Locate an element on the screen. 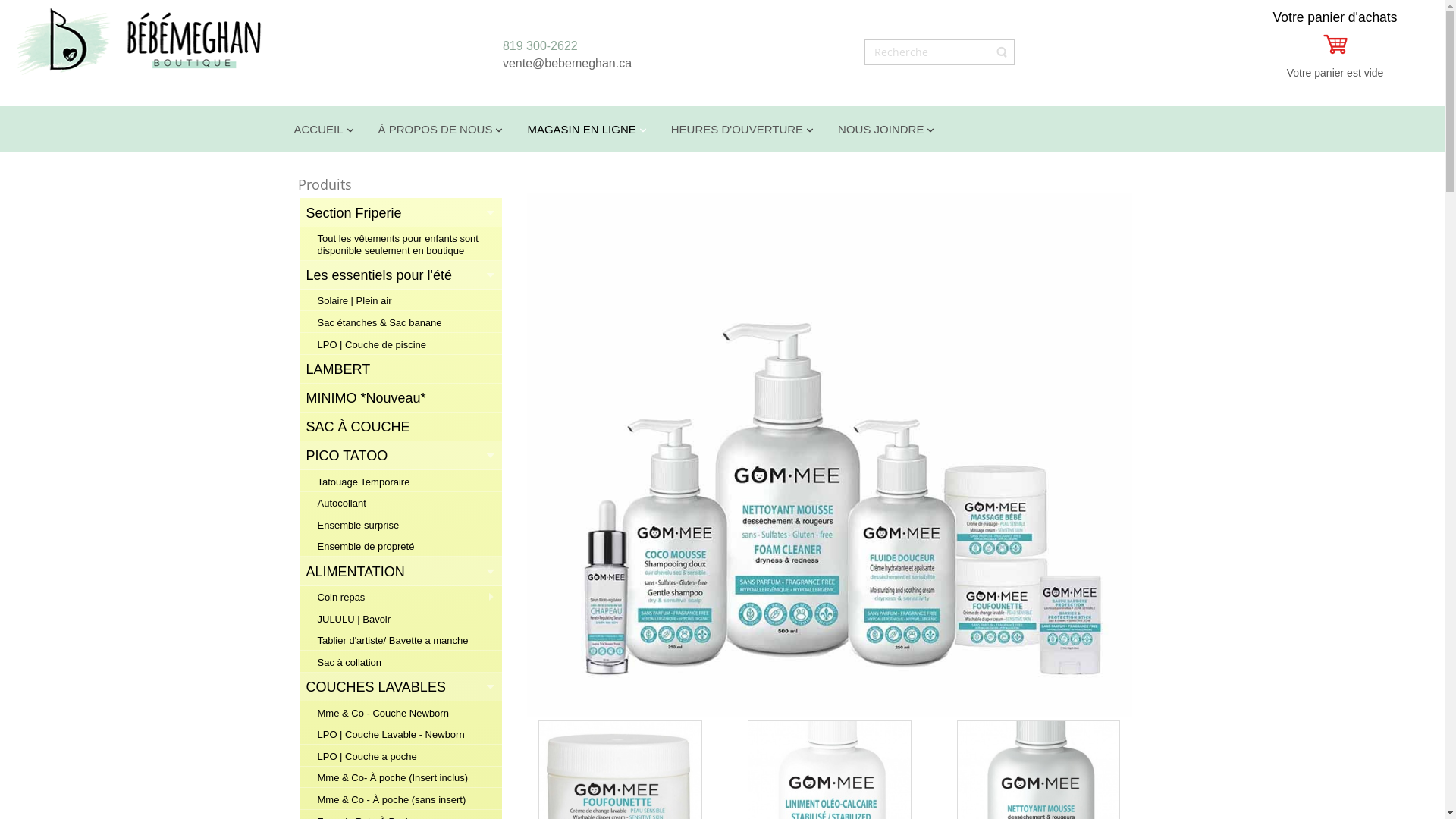 The image size is (1456, 819). 'JULULU | Bavoir' is located at coordinates (400, 619).